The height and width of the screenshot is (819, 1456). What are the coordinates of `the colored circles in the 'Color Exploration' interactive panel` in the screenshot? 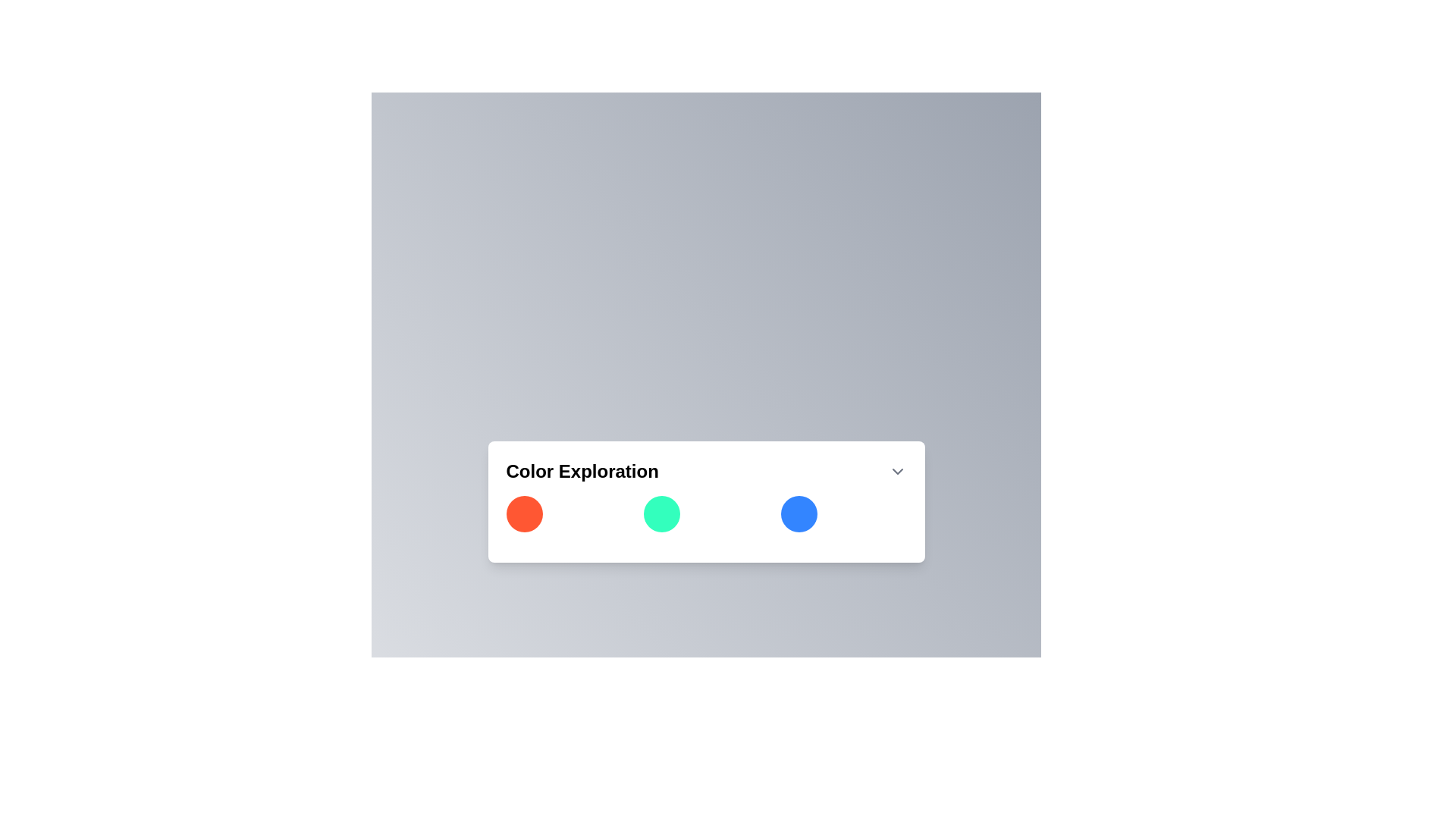 It's located at (705, 502).